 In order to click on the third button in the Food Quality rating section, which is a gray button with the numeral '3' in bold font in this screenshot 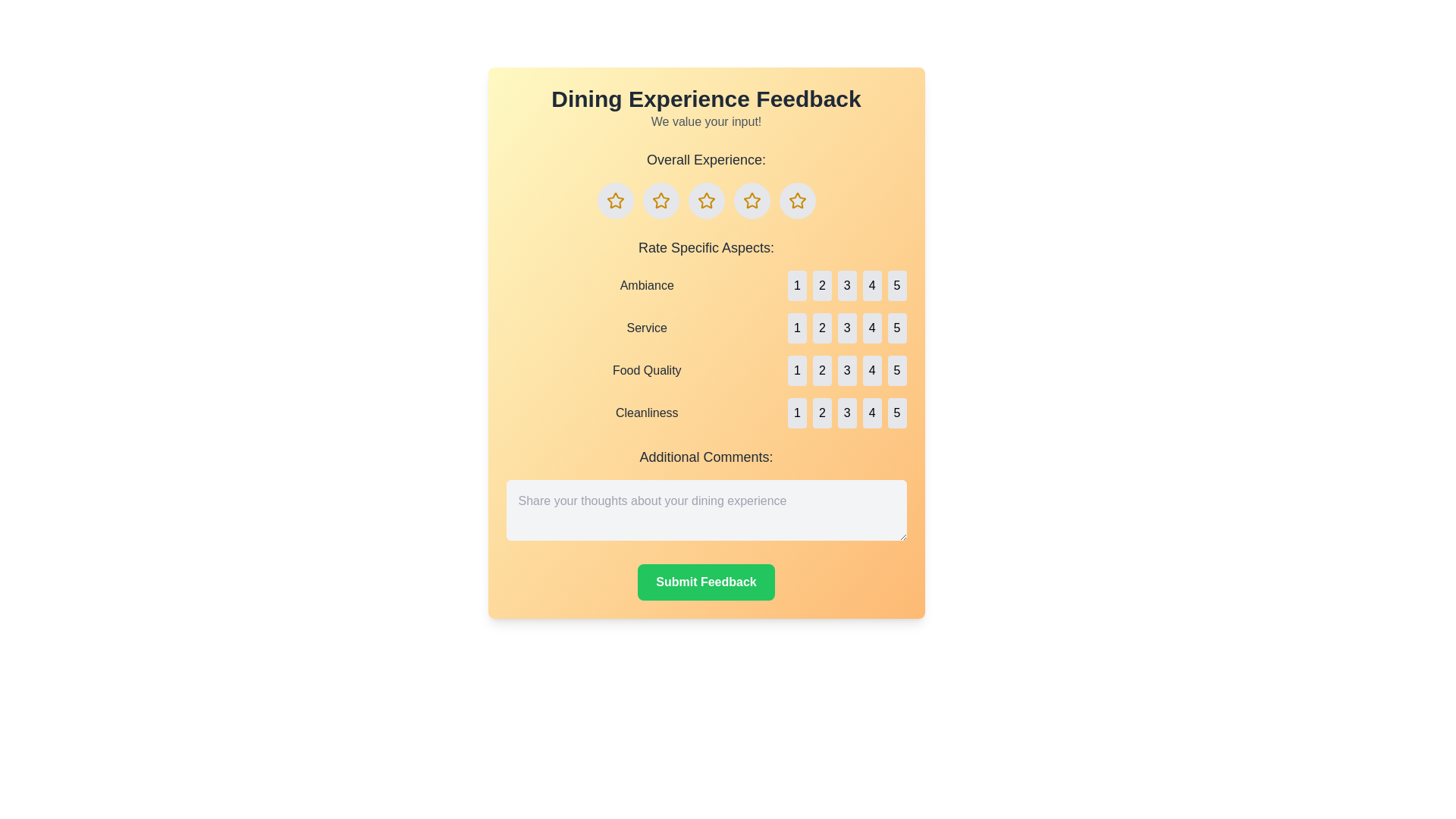, I will do `click(846, 371)`.